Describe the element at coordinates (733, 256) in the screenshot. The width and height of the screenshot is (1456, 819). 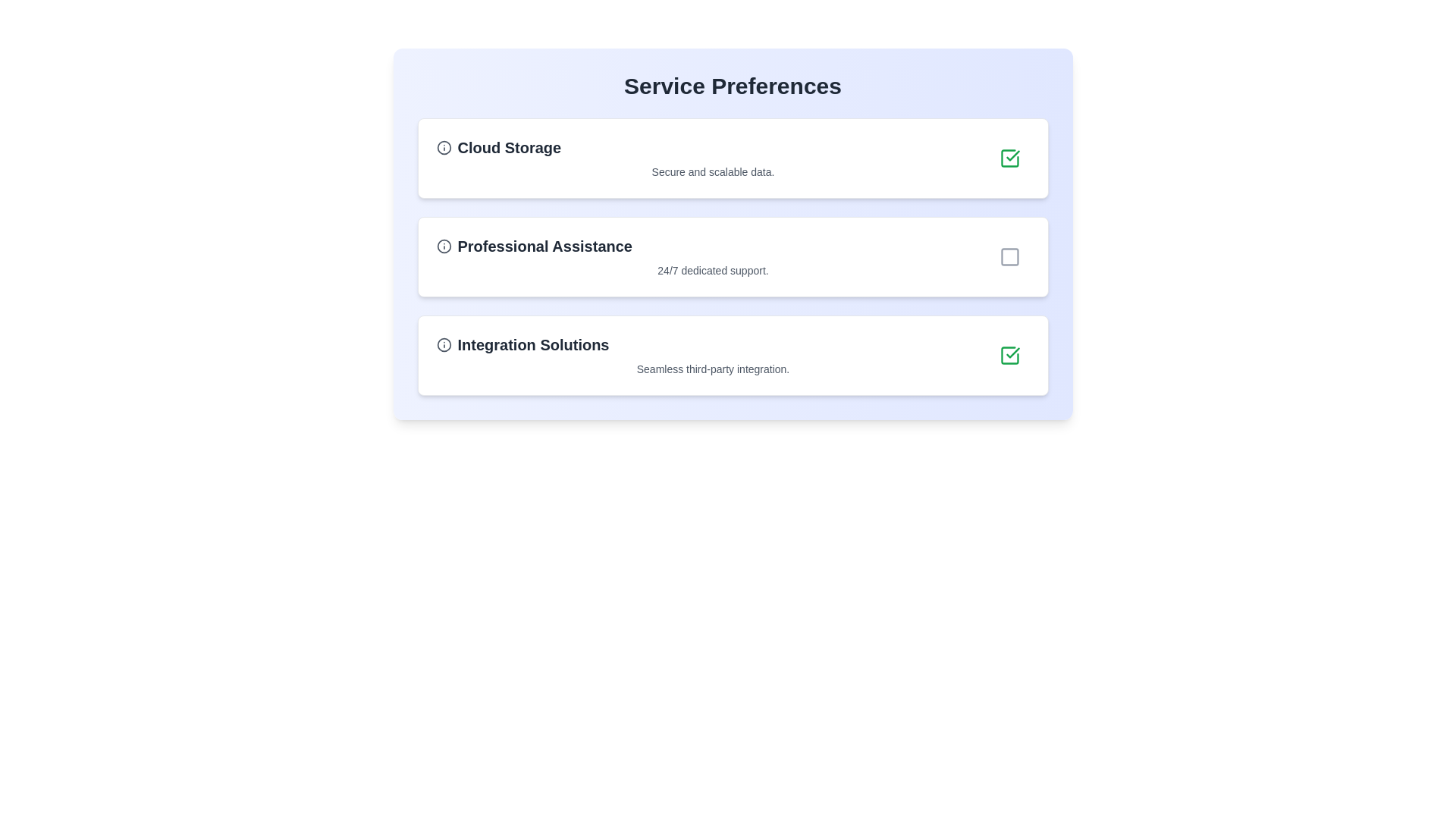
I see `the 'Professional Assistance' selection option` at that location.